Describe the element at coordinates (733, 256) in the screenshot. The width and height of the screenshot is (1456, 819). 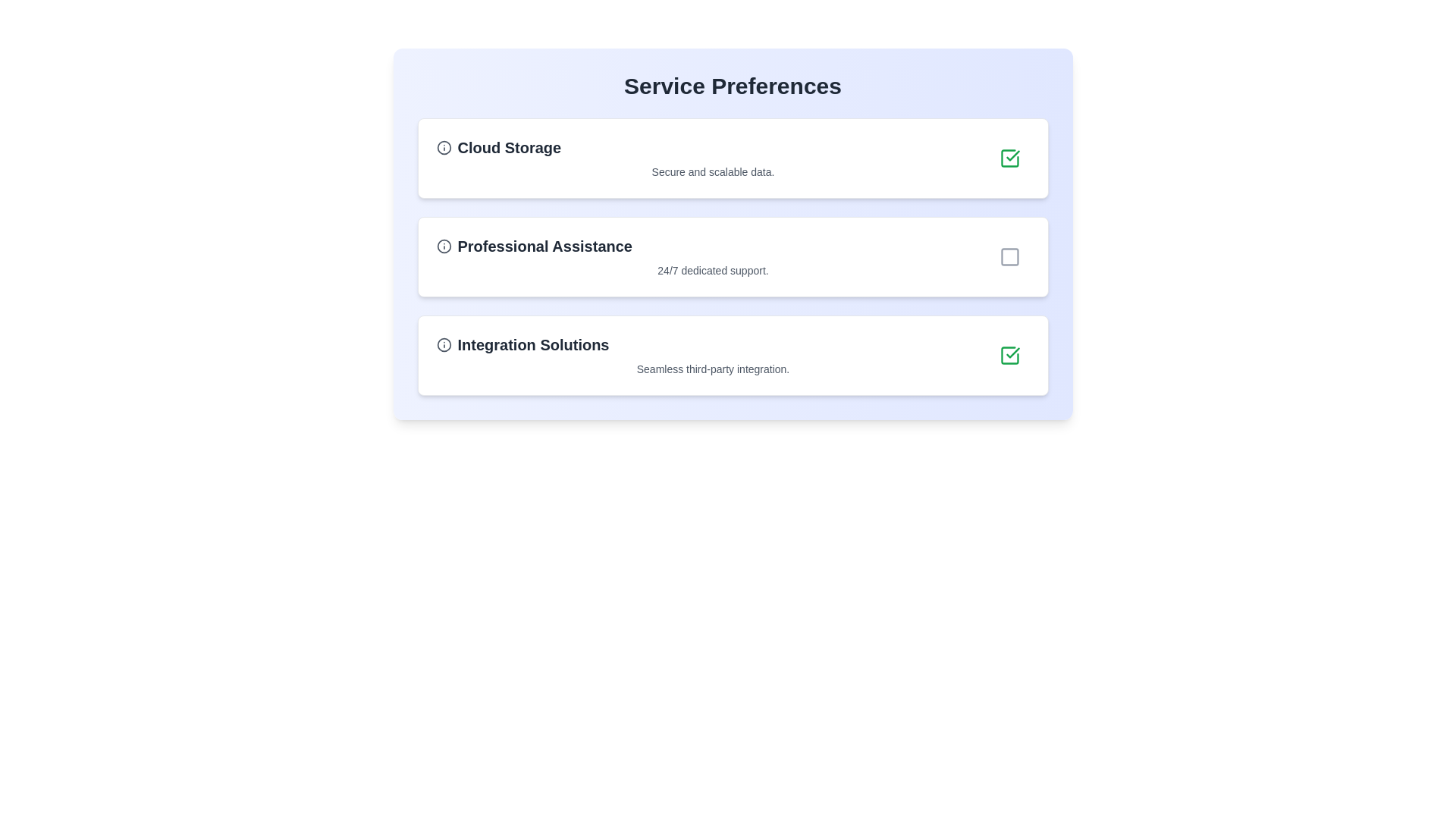
I see `the 'Professional Assistance' selection option` at that location.